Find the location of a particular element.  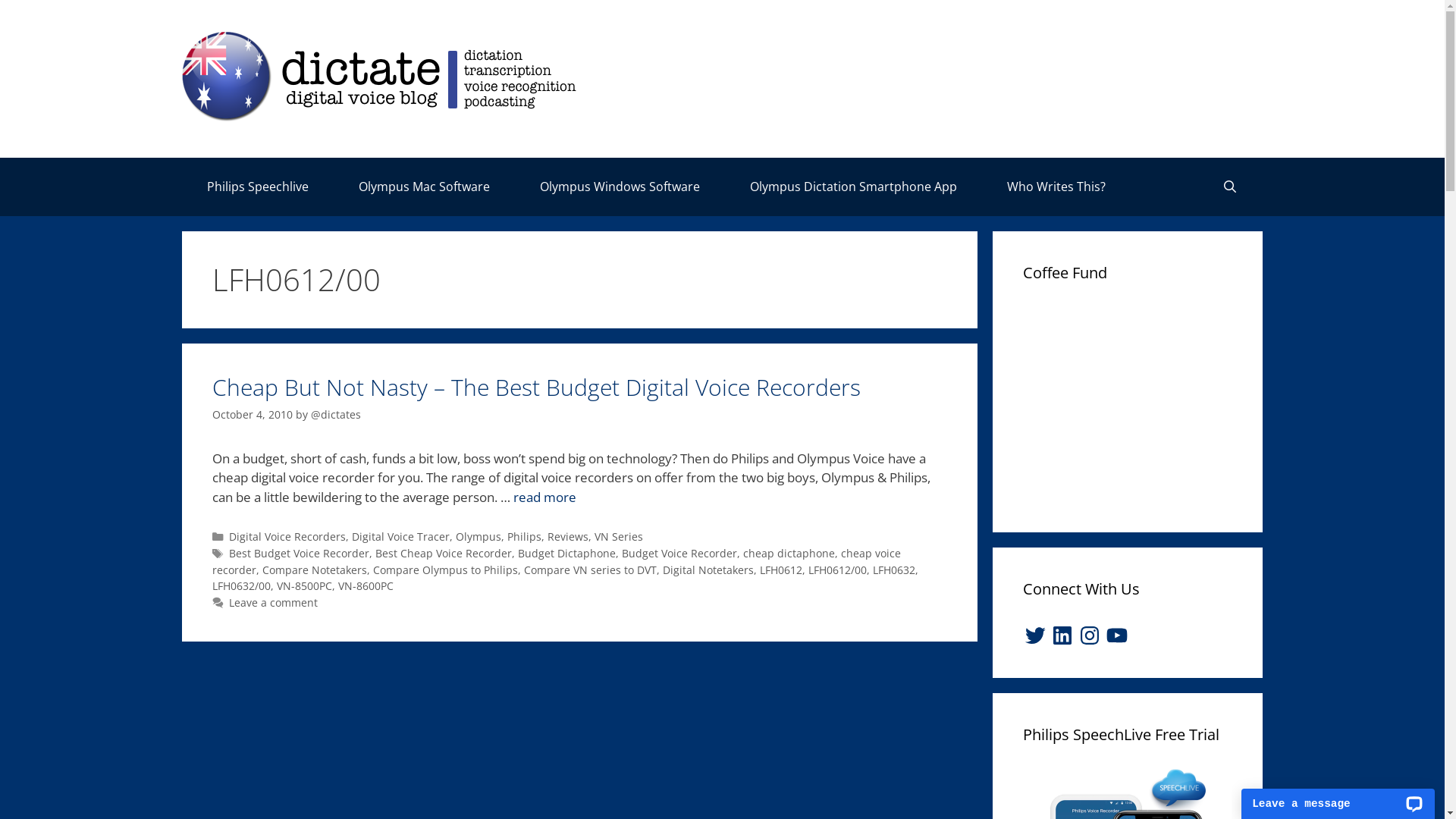

'Budget Dictaphone' is located at coordinates (566, 553).